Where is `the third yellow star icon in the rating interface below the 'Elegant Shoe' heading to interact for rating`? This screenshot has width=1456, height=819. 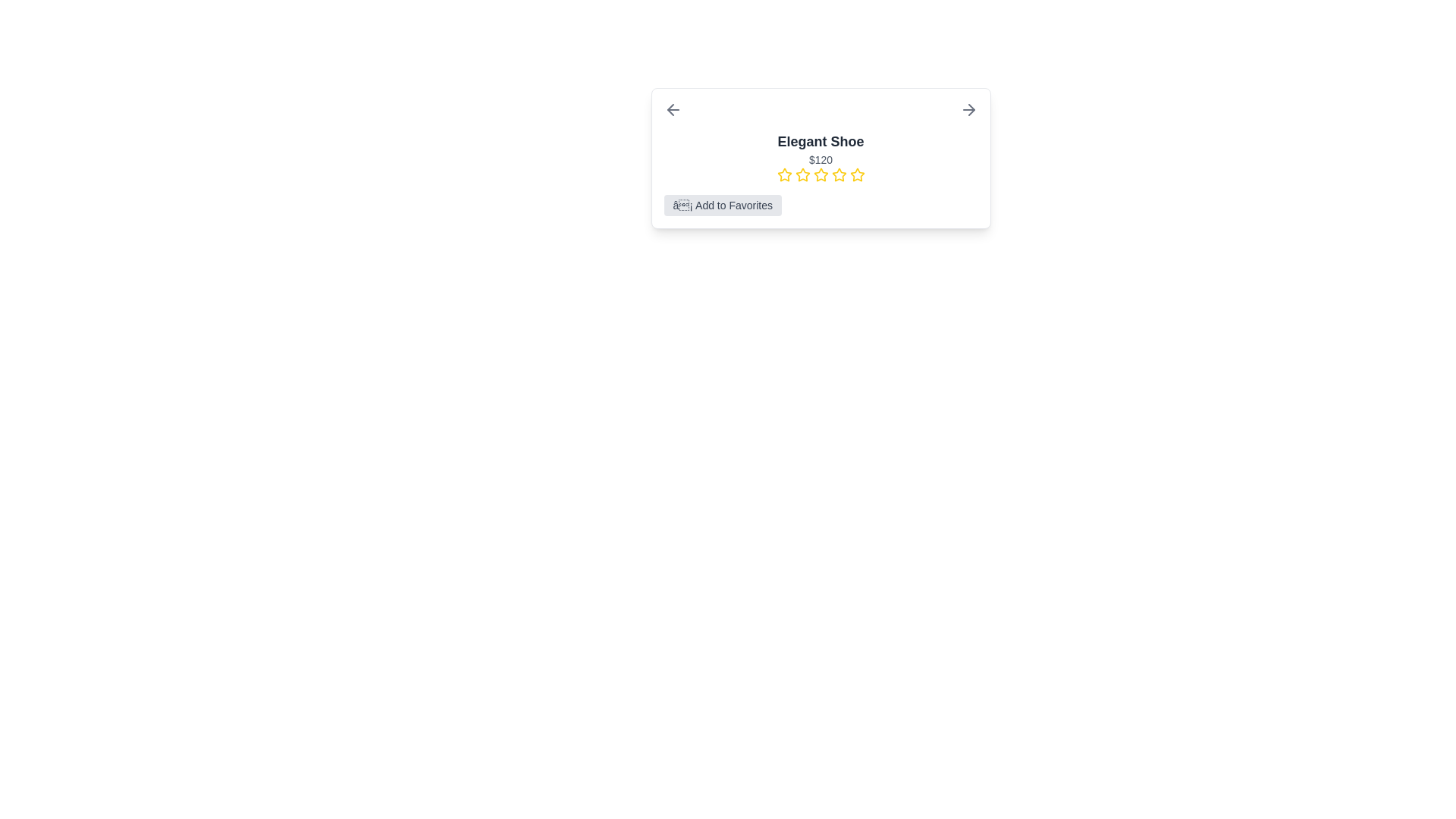 the third yellow star icon in the rating interface below the 'Elegant Shoe' heading to interact for rating is located at coordinates (802, 174).